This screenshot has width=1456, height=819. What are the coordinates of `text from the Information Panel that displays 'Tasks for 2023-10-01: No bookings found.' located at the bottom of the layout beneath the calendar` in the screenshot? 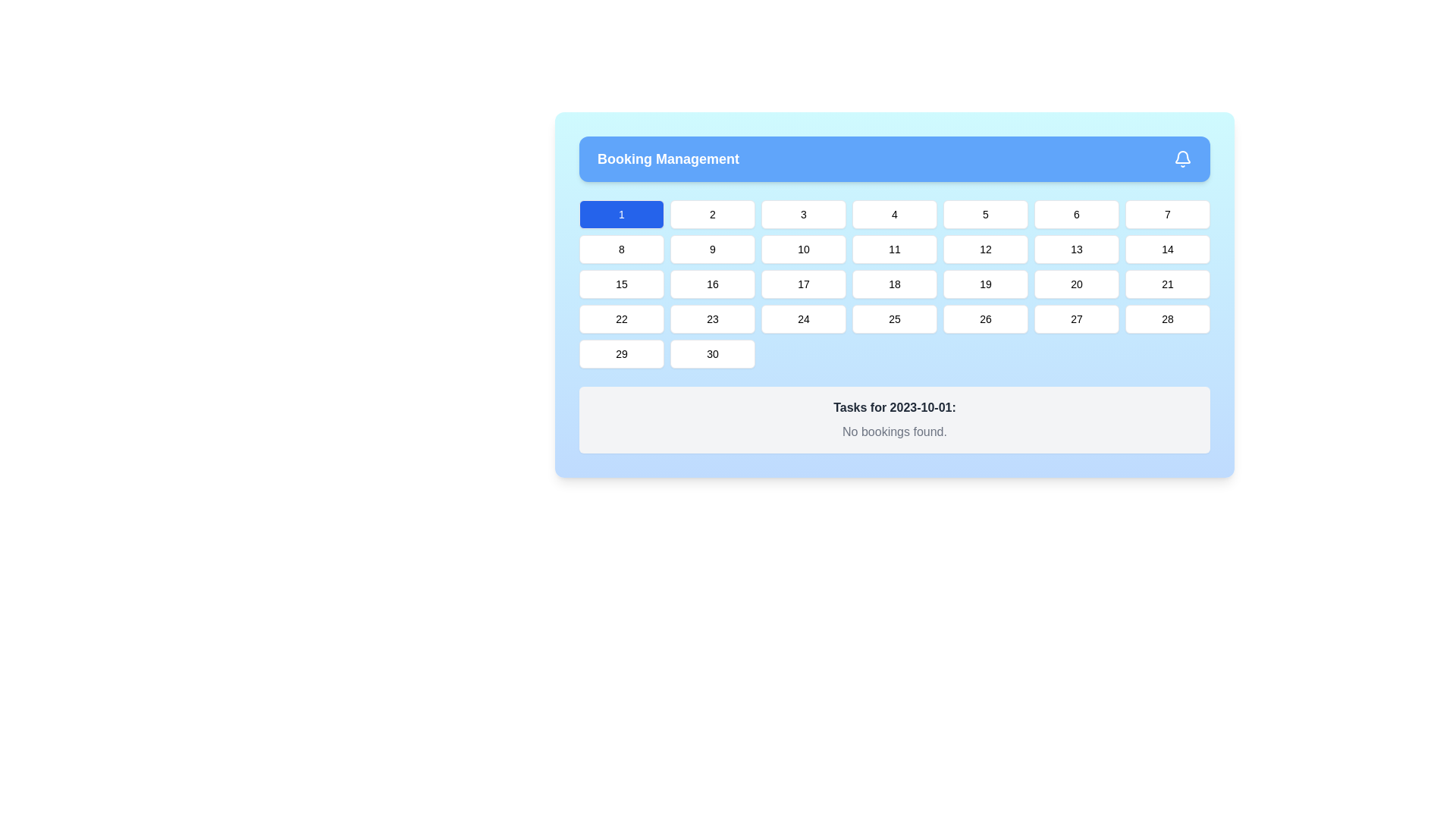 It's located at (895, 420).